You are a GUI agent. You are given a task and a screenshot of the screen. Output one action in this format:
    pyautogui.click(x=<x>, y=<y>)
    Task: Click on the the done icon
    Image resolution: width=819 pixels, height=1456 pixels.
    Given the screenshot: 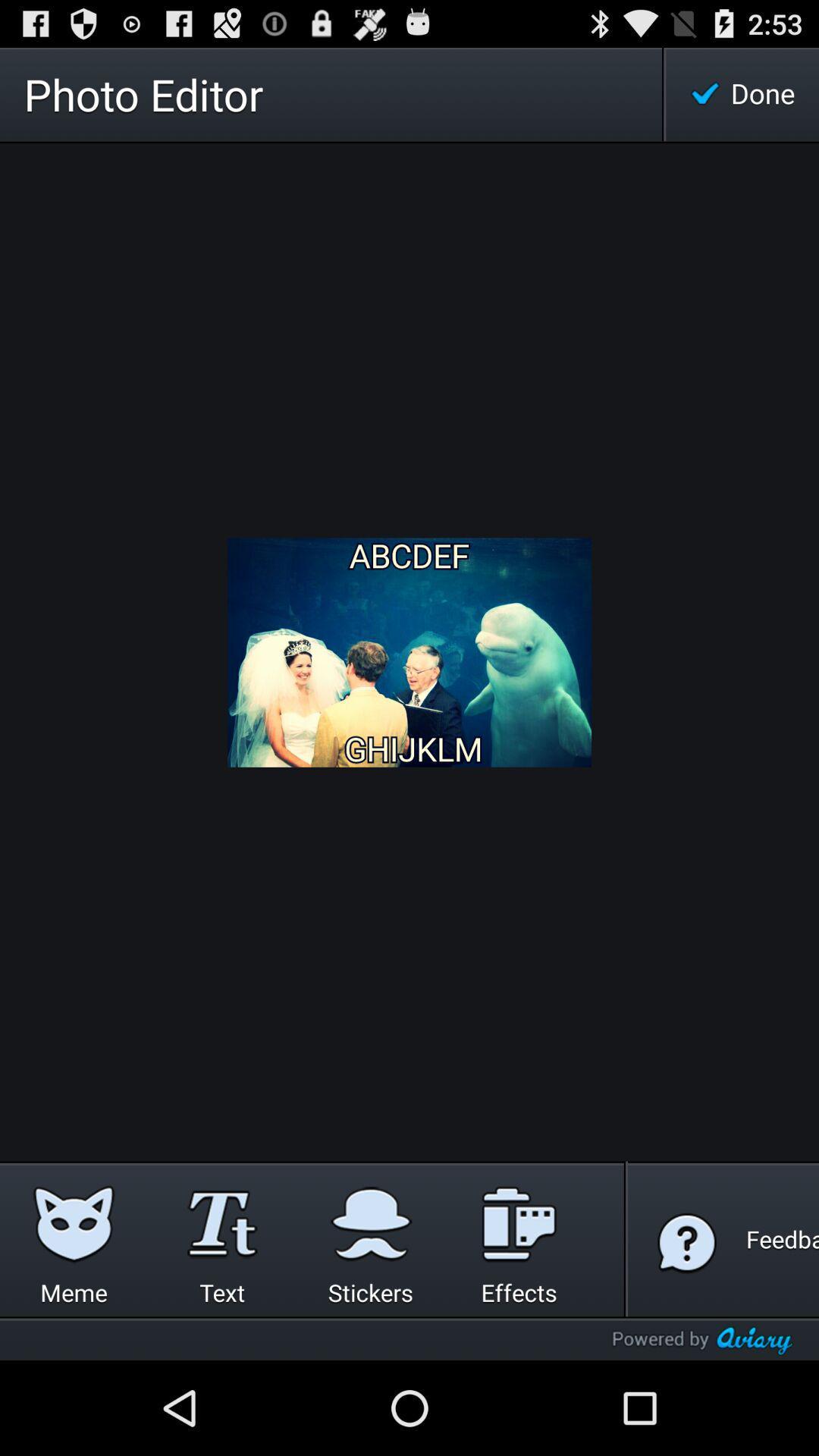 What is the action you would take?
    pyautogui.click(x=742, y=93)
    